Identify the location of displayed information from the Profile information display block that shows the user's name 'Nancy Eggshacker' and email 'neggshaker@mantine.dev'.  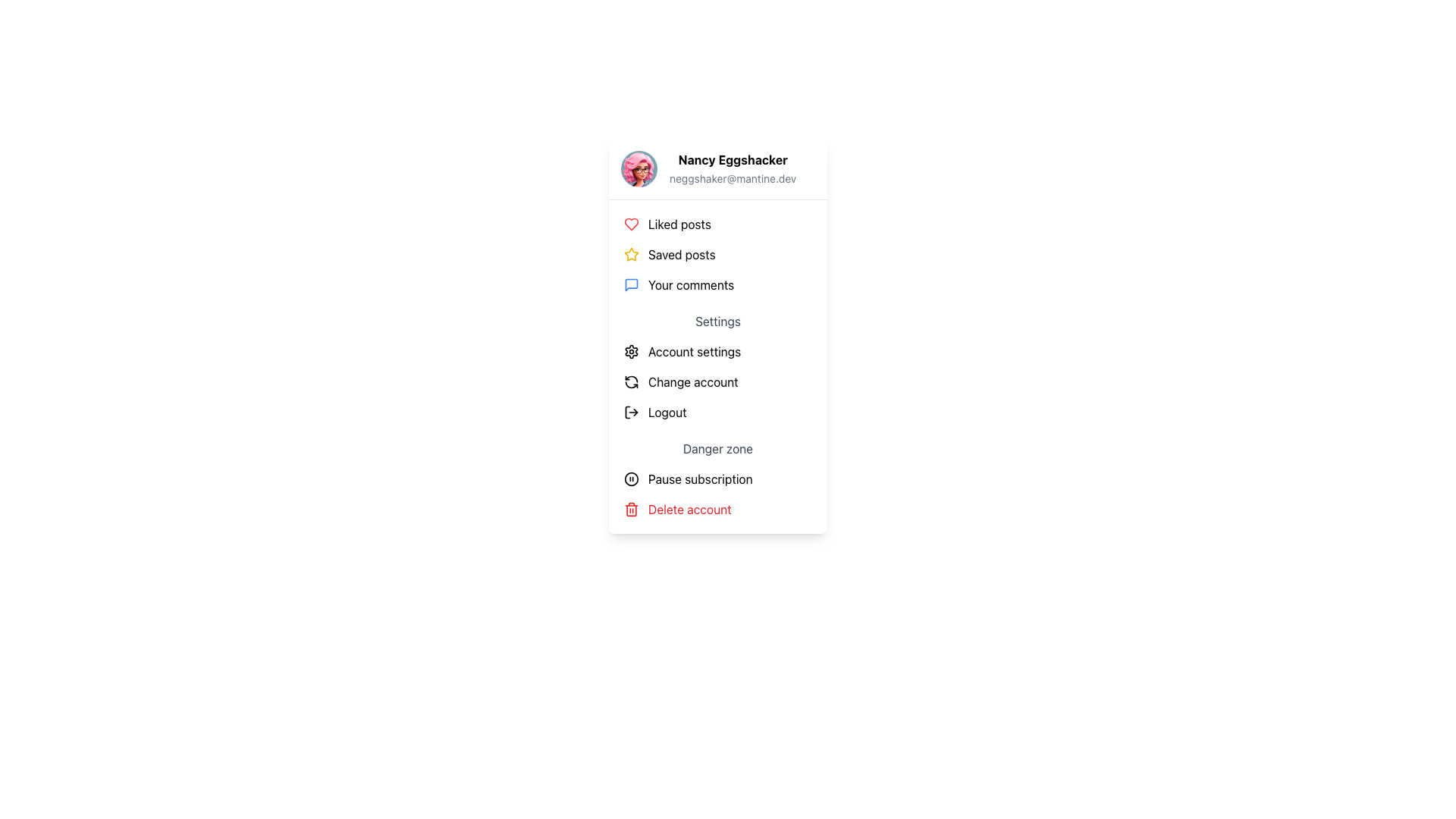
(717, 169).